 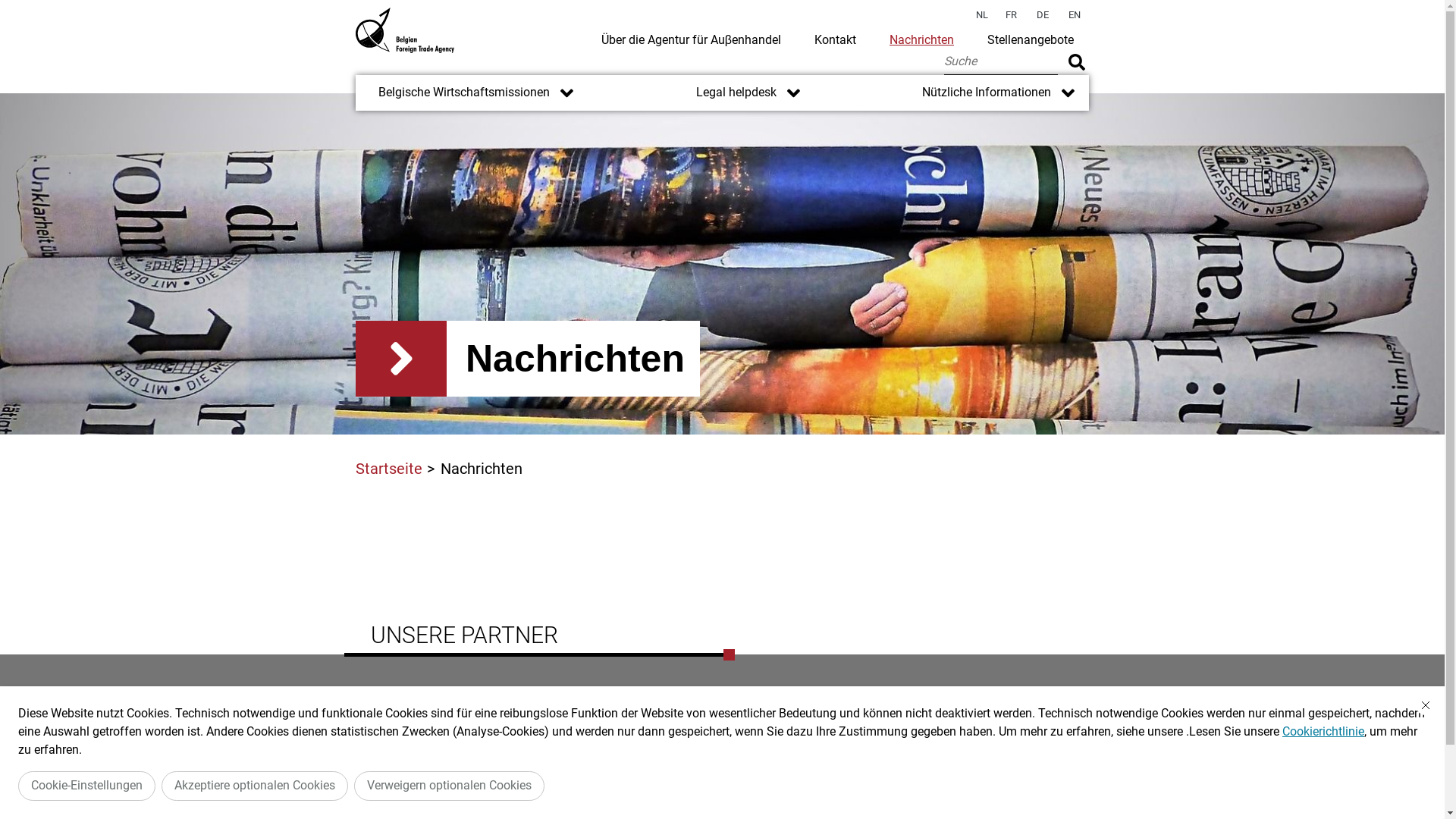 What do you see at coordinates (834, 39) in the screenshot?
I see `'Kontakt'` at bounding box center [834, 39].